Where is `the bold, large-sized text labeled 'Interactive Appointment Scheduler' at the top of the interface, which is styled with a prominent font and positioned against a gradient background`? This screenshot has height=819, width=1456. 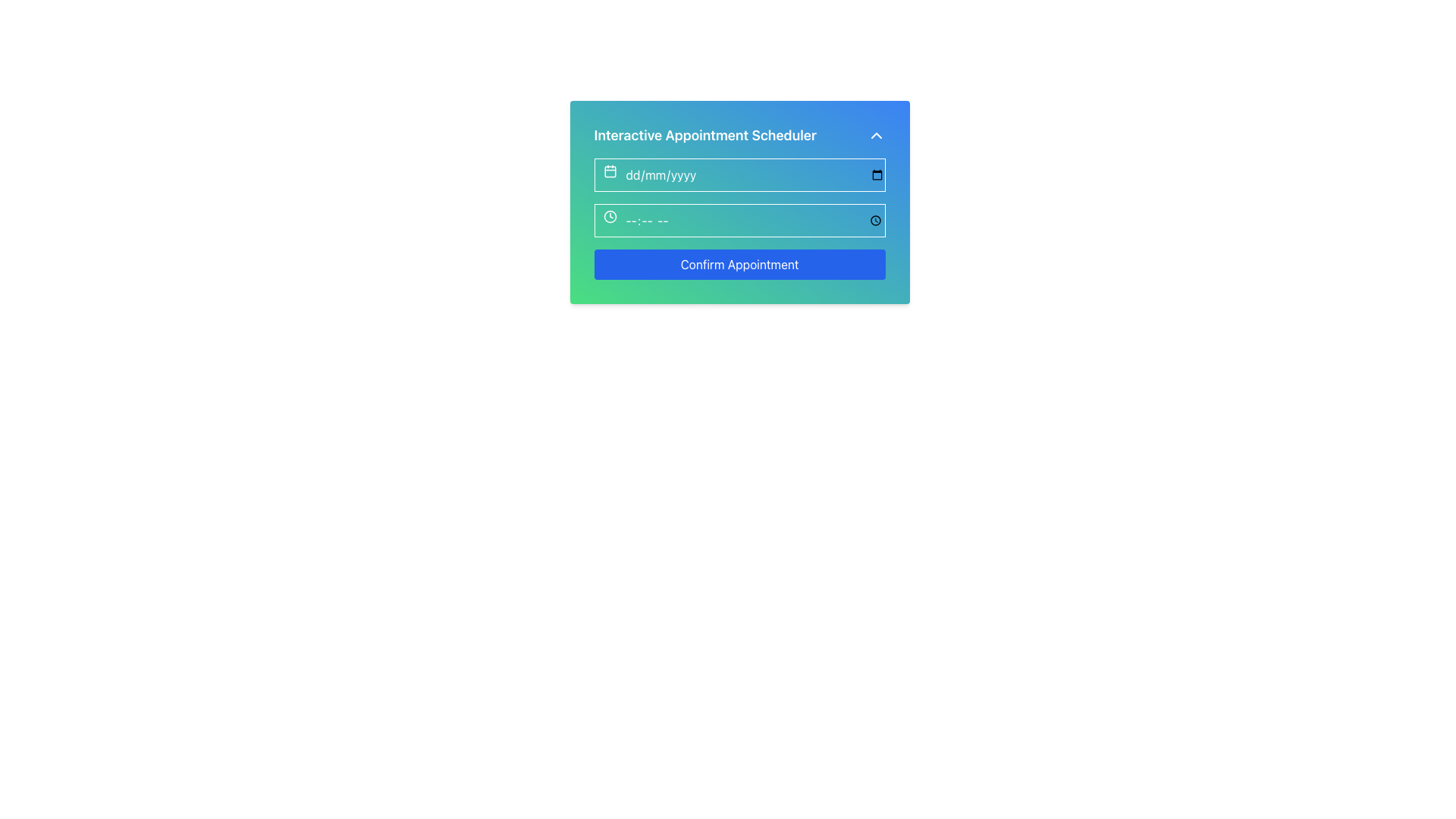 the bold, large-sized text labeled 'Interactive Appointment Scheduler' at the top of the interface, which is styled with a prominent font and positioned against a gradient background is located at coordinates (704, 134).